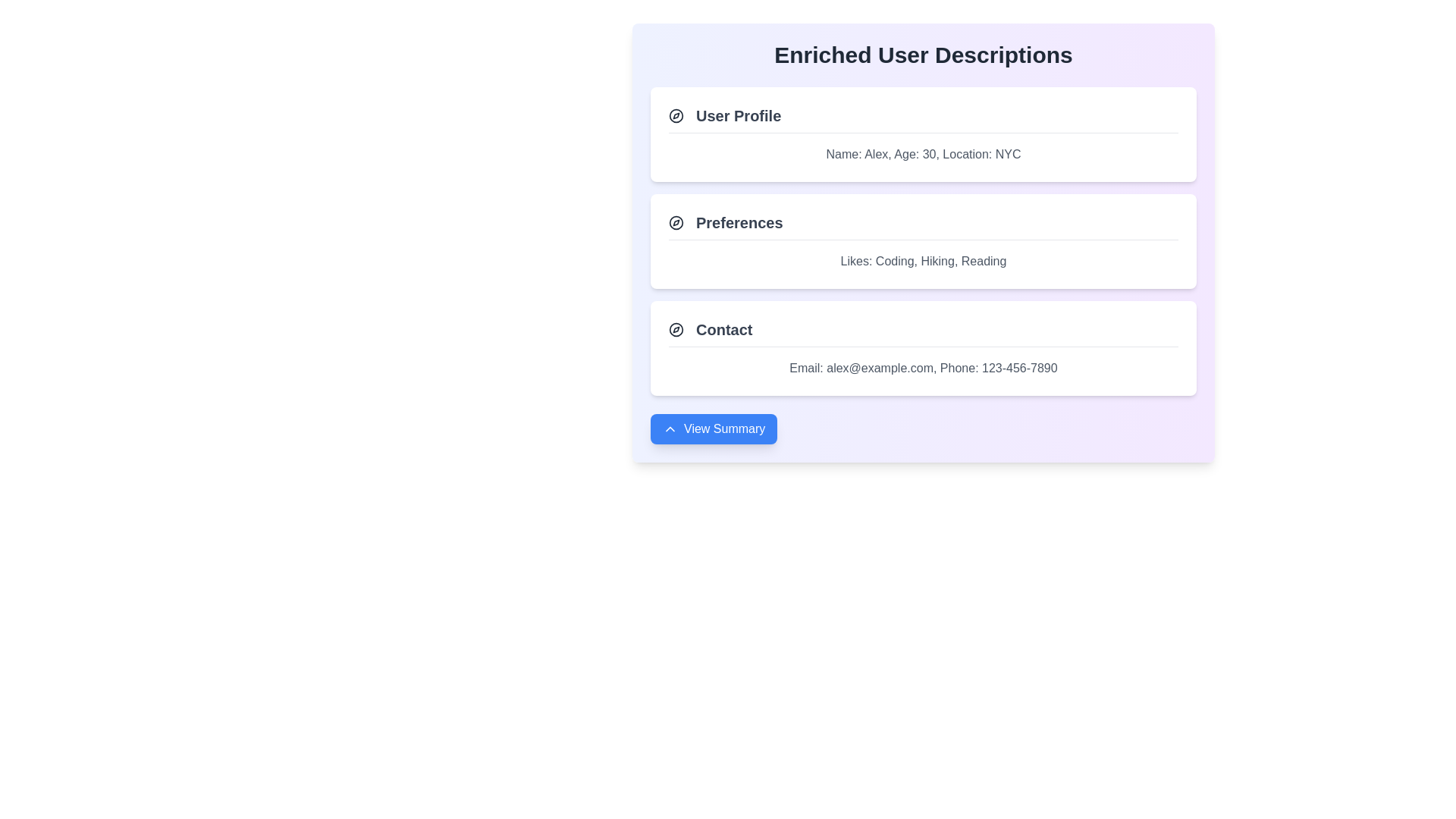 This screenshot has width=1456, height=819. What do you see at coordinates (669, 429) in the screenshot?
I see `the small chevron-up icon, which is styled as an SVG and located inside the blue 'View Summary' button` at bounding box center [669, 429].